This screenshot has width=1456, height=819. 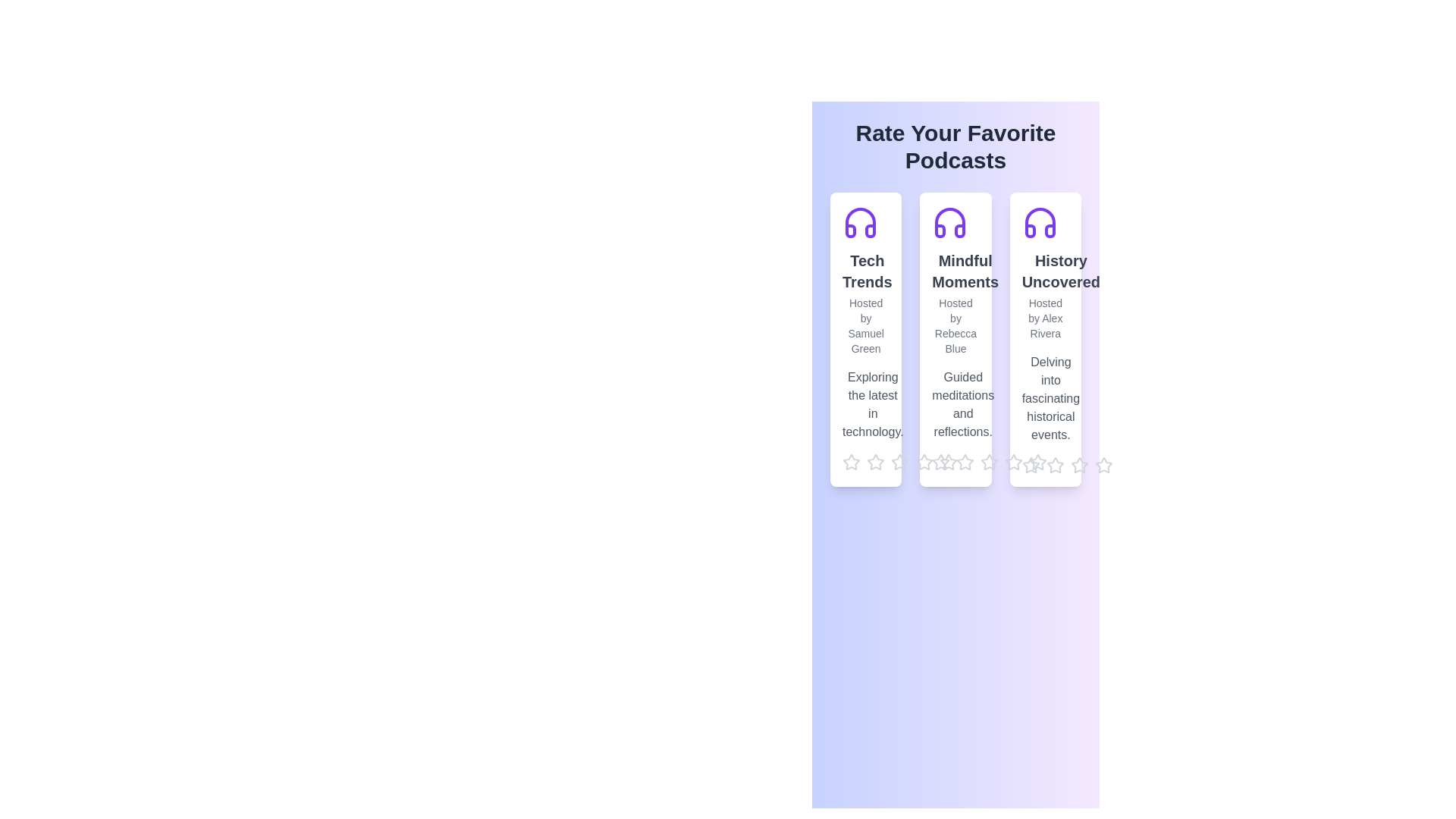 What do you see at coordinates (1043, 338) in the screenshot?
I see `the podcast card titled History Uncovered` at bounding box center [1043, 338].